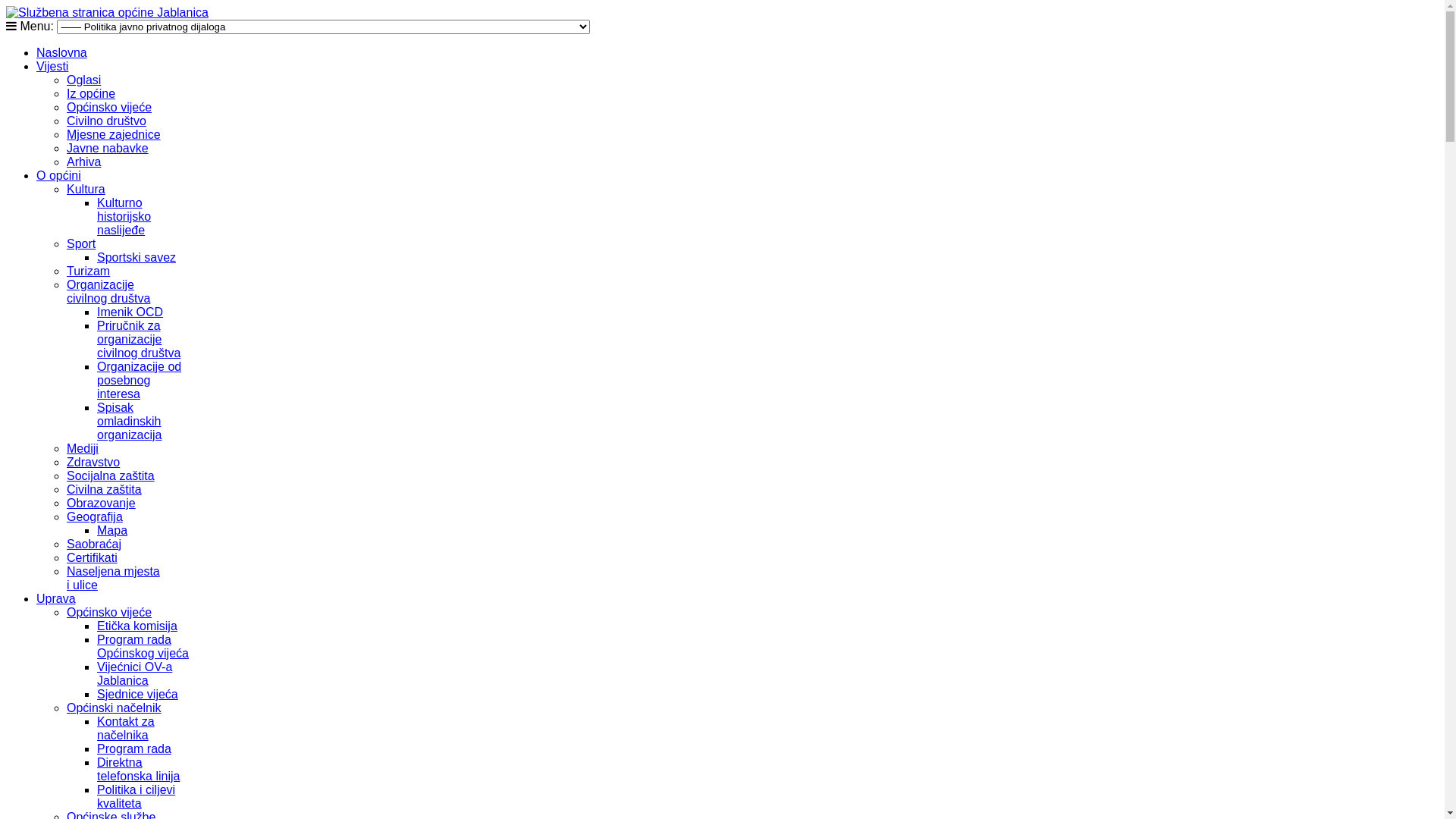 The height and width of the screenshot is (819, 1456). What do you see at coordinates (65, 162) in the screenshot?
I see `'Arhiva'` at bounding box center [65, 162].